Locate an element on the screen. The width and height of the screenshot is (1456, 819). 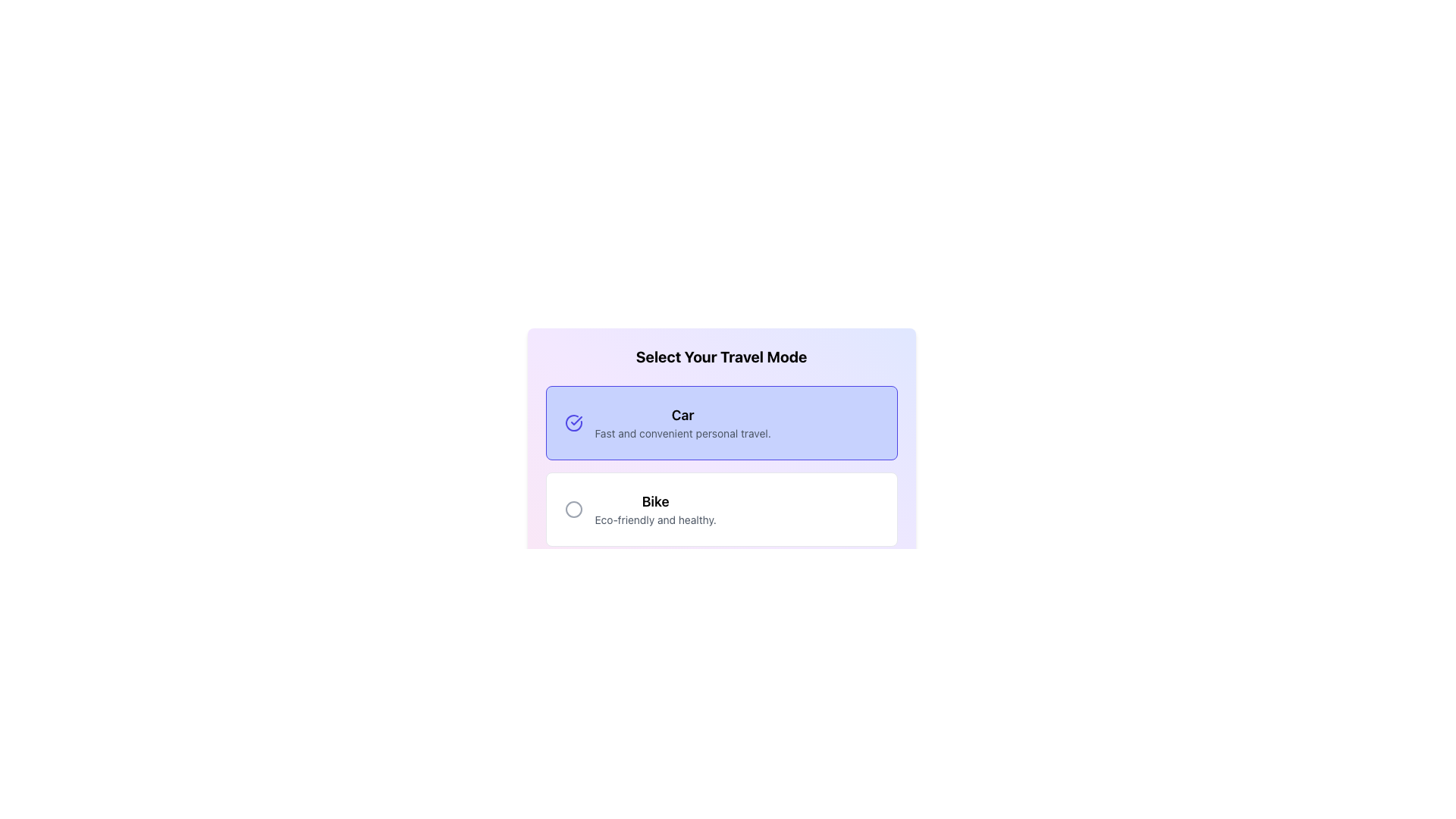
the Text Label element that reads 'Eco-friendly and healthy.', which is styled with smaller gray text and positioned below the 'Bike' label is located at coordinates (655, 519).